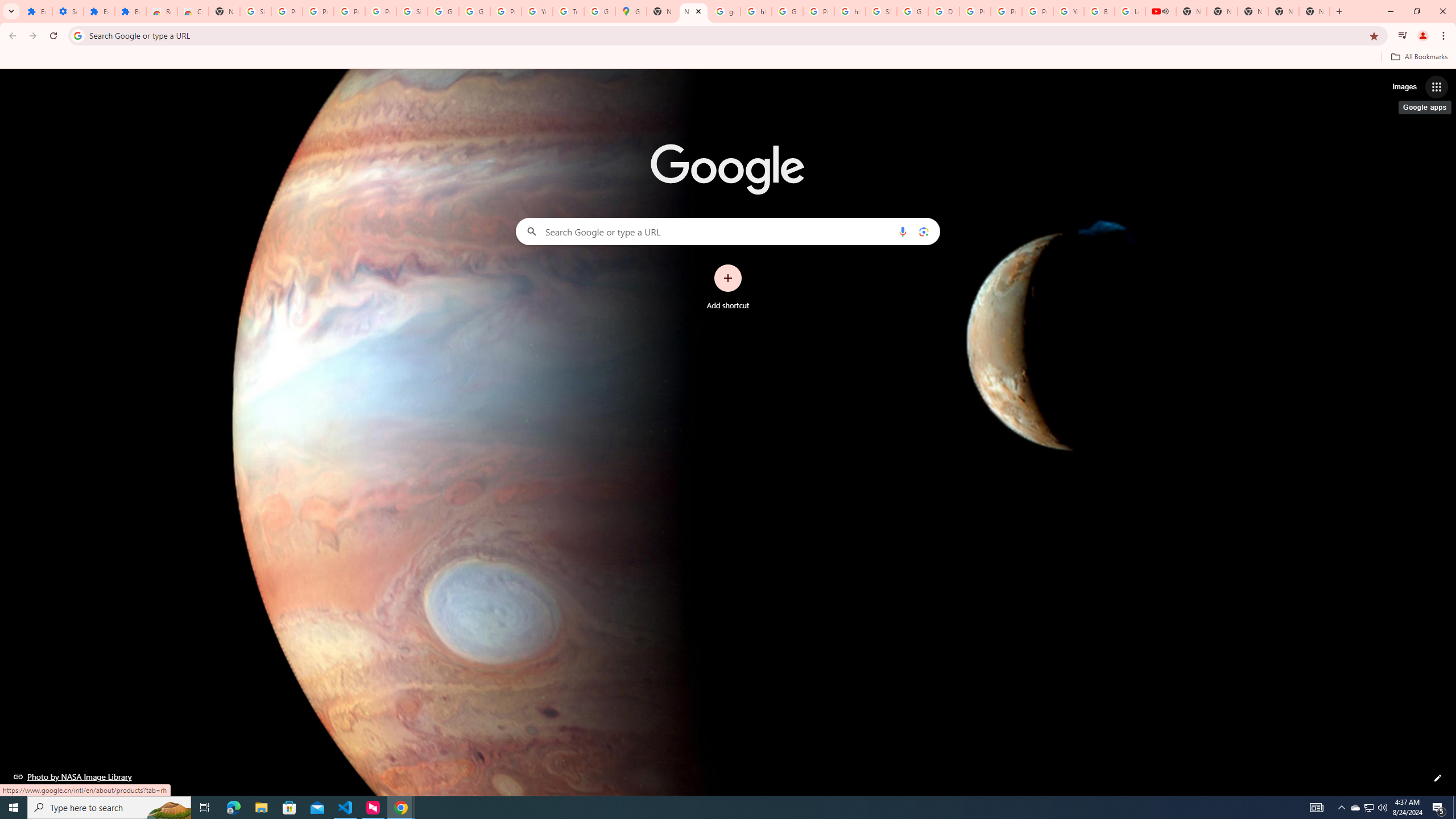 This screenshot has width=1456, height=819. What do you see at coordinates (1314, 11) in the screenshot?
I see `'New Tab'` at bounding box center [1314, 11].